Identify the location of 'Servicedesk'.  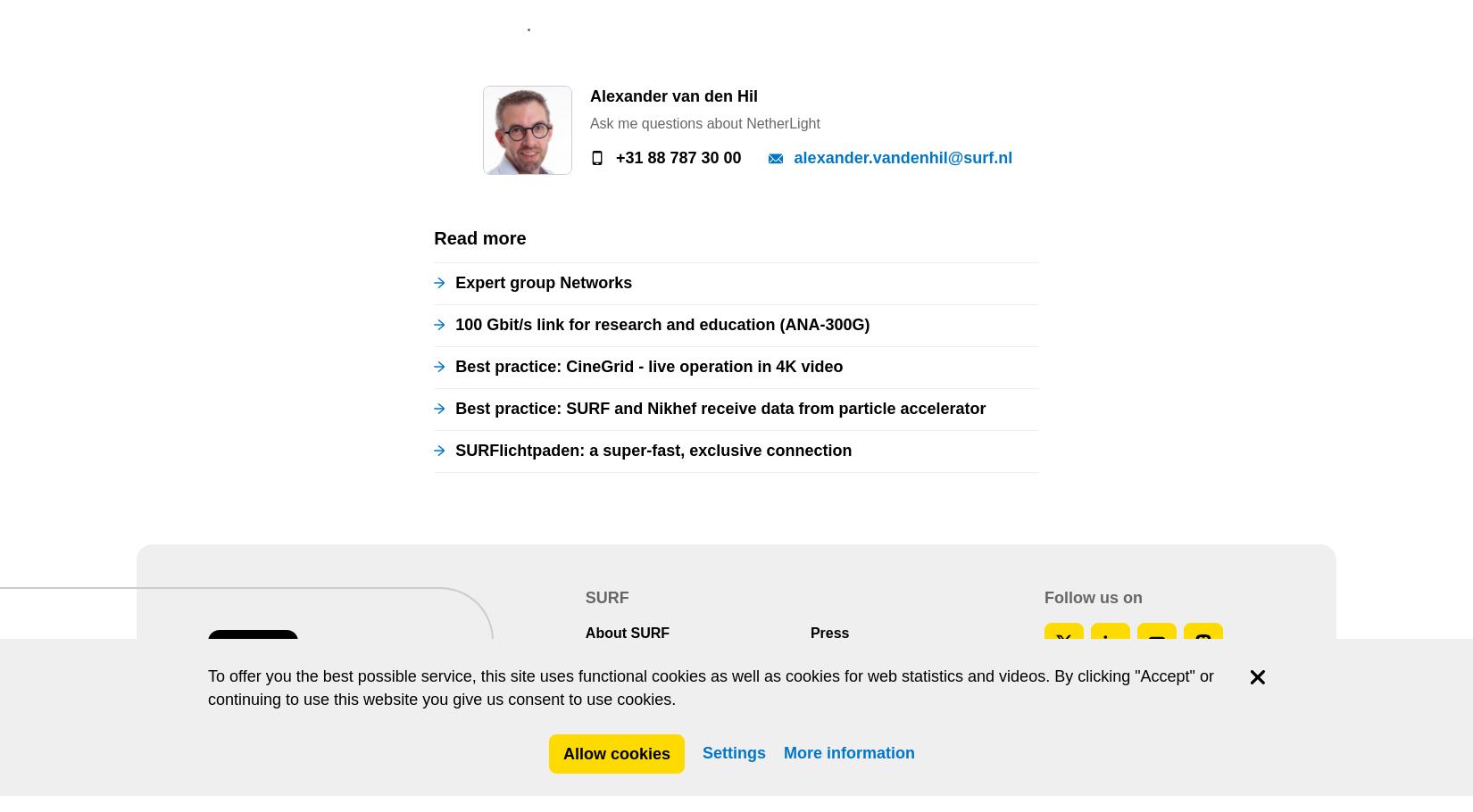
(852, 26).